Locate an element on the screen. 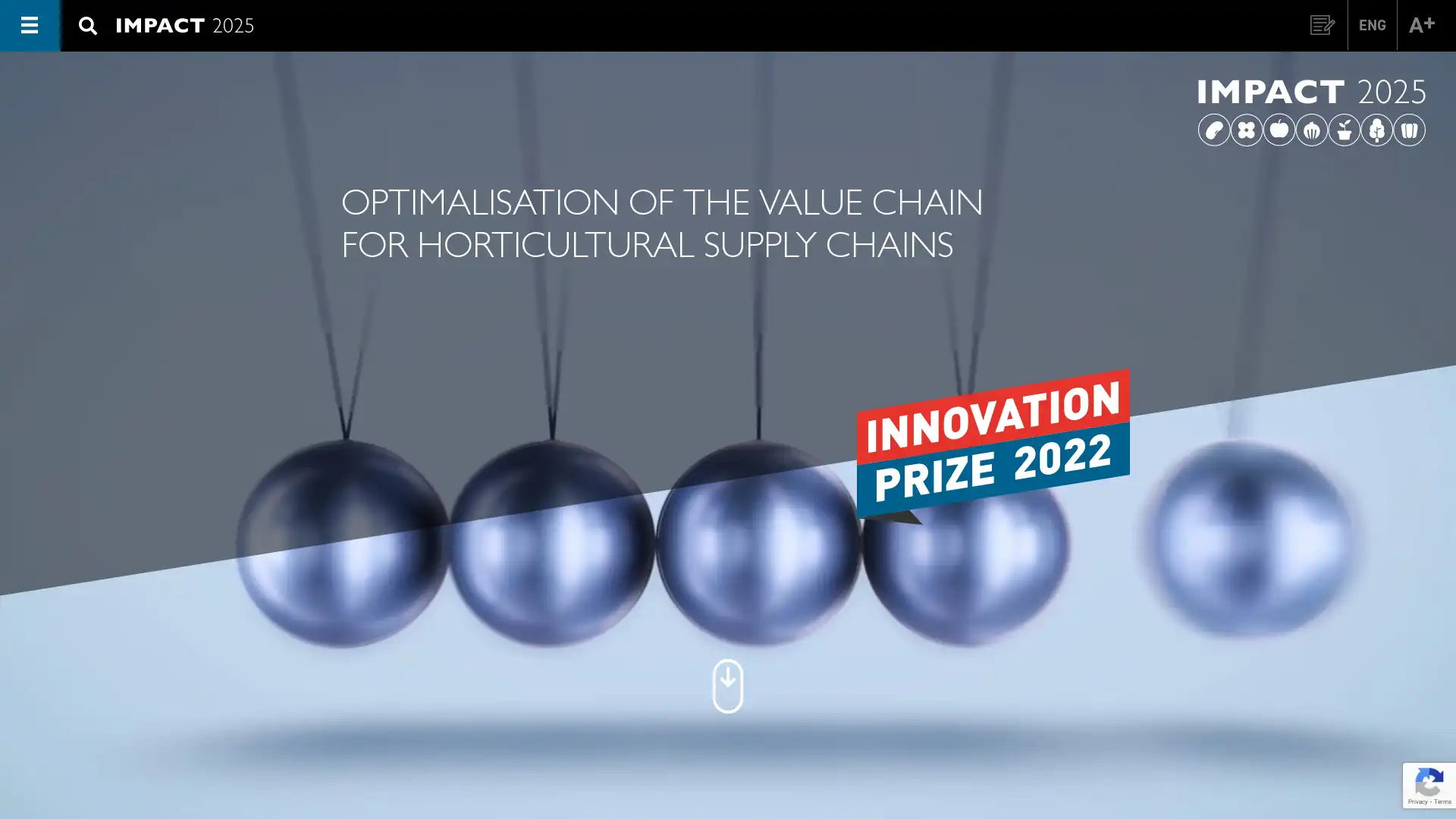 The image size is (1456, 819). Search is located at coordinates (1382, 107).